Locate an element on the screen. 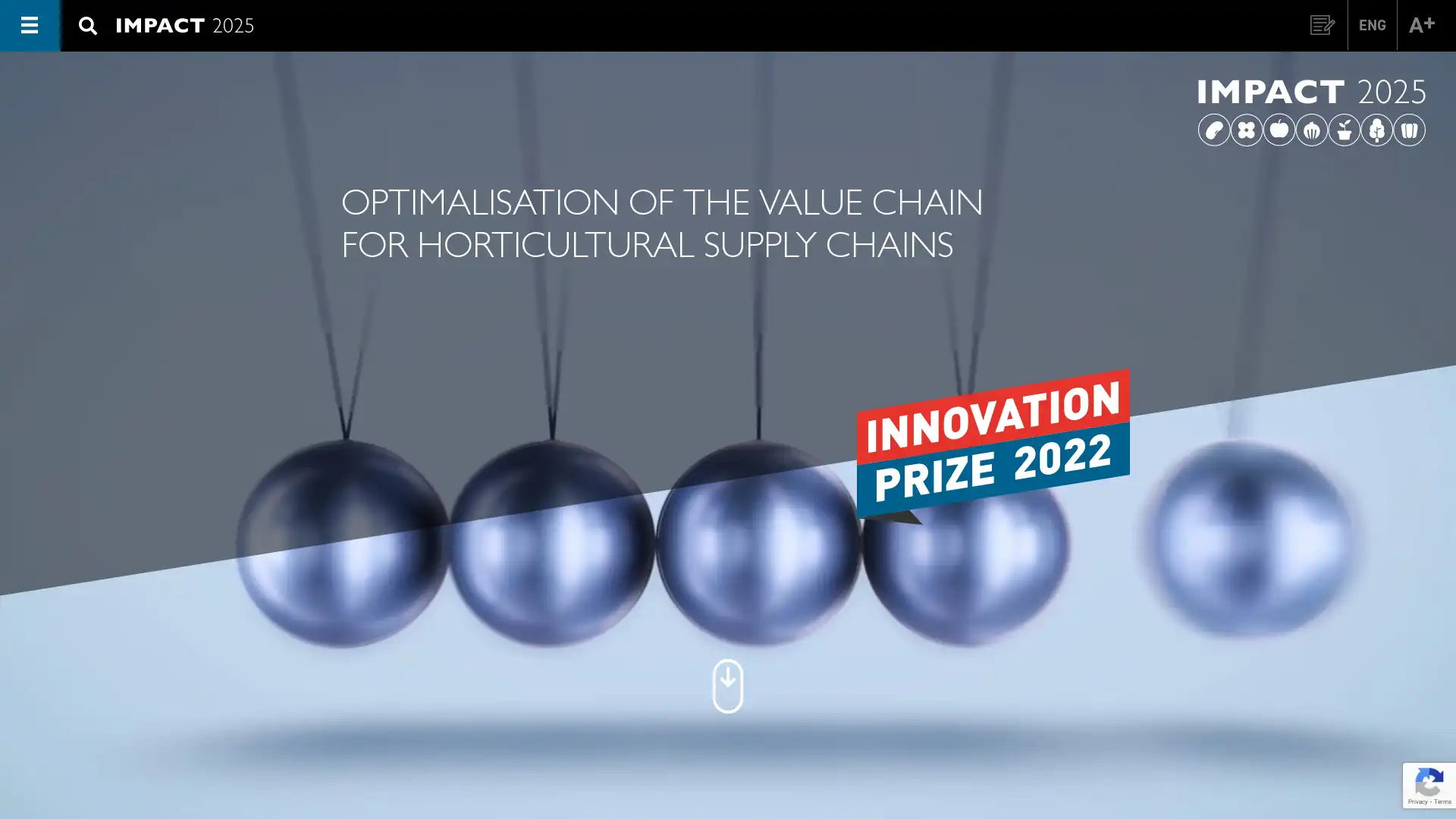 The image size is (1456, 819). Search is located at coordinates (1382, 107).